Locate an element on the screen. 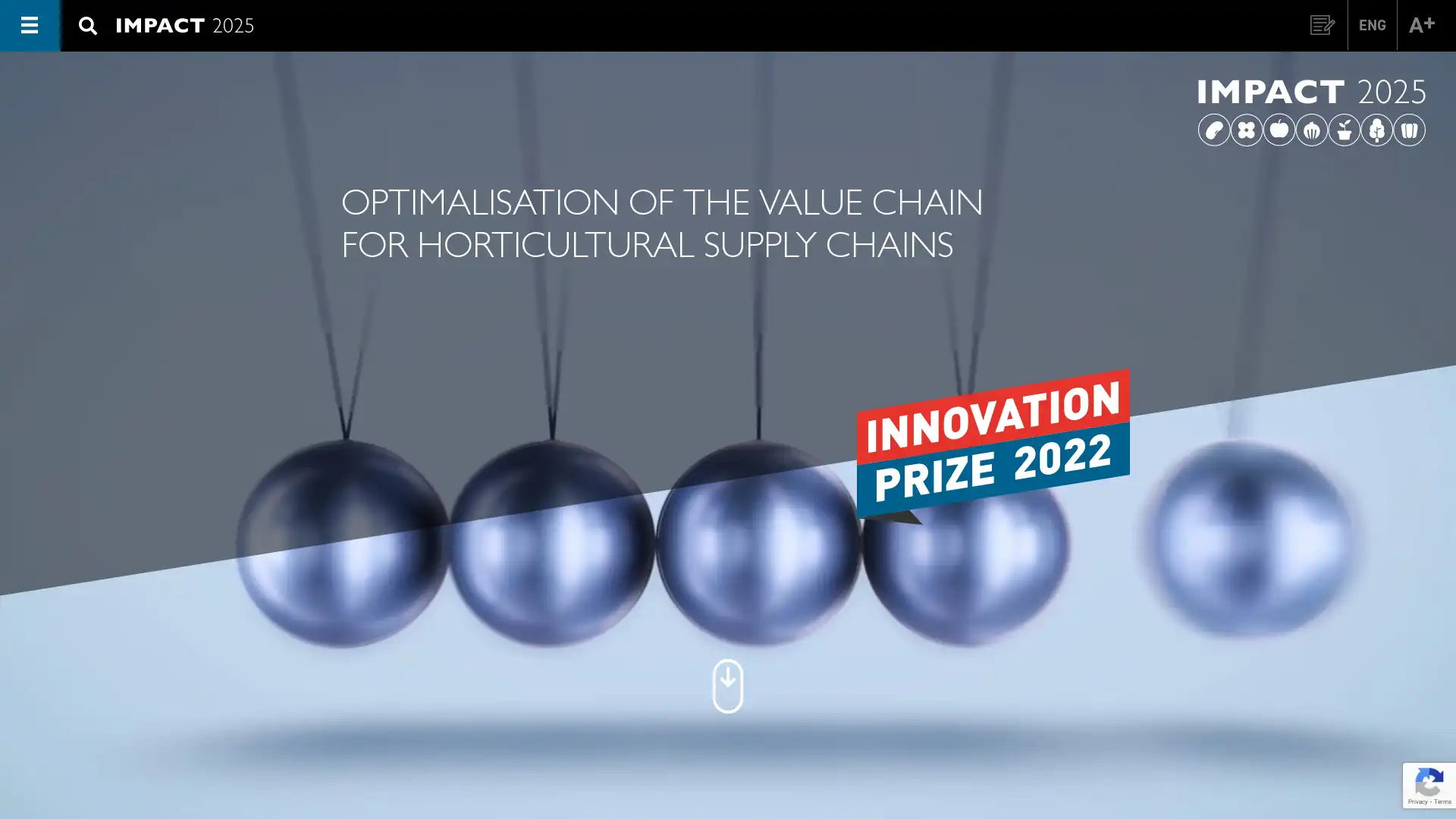 The image size is (1456, 819). Search is located at coordinates (1382, 107).